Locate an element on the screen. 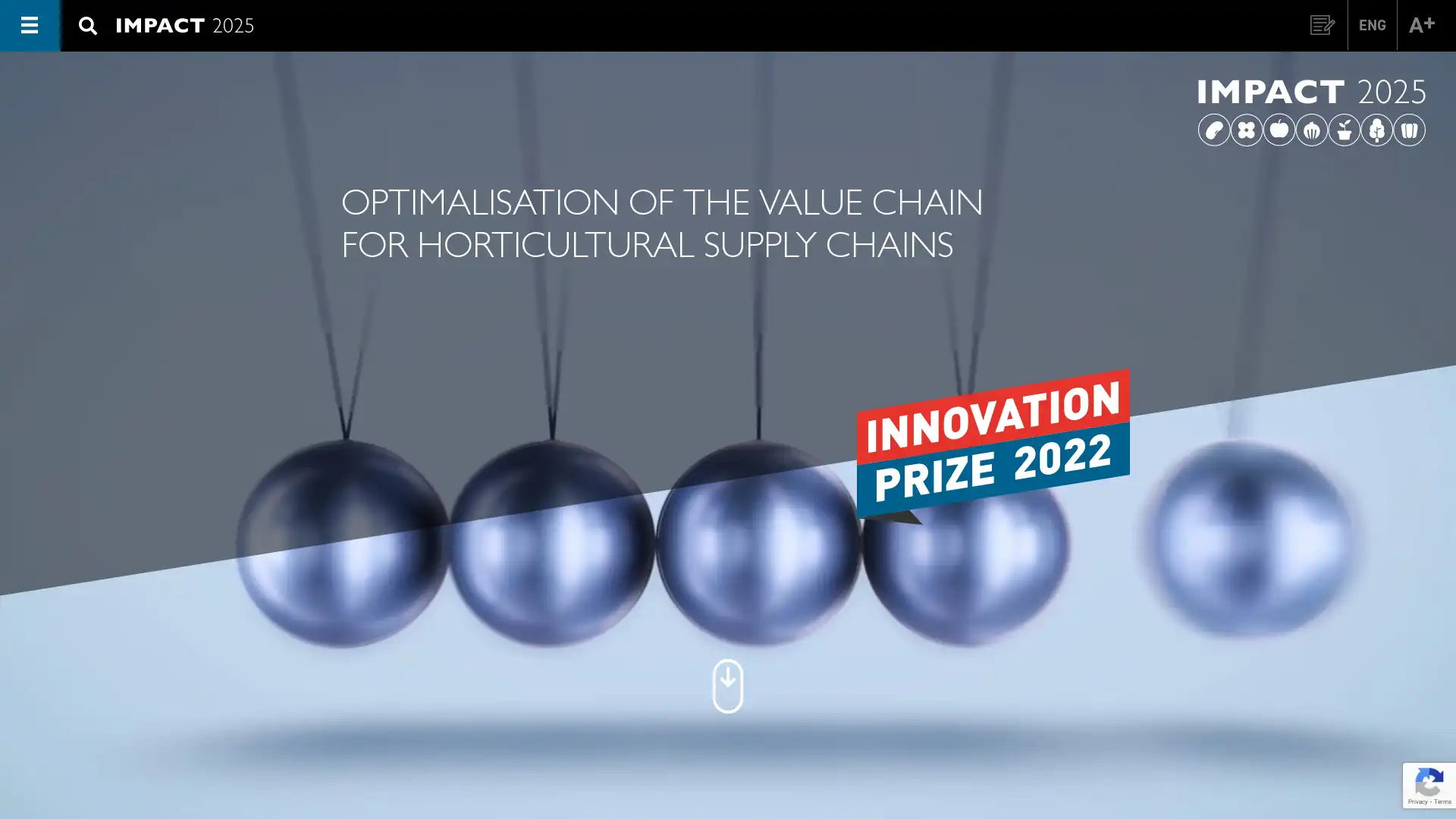 The image size is (1456, 819). Search is located at coordinates (1382, 107).